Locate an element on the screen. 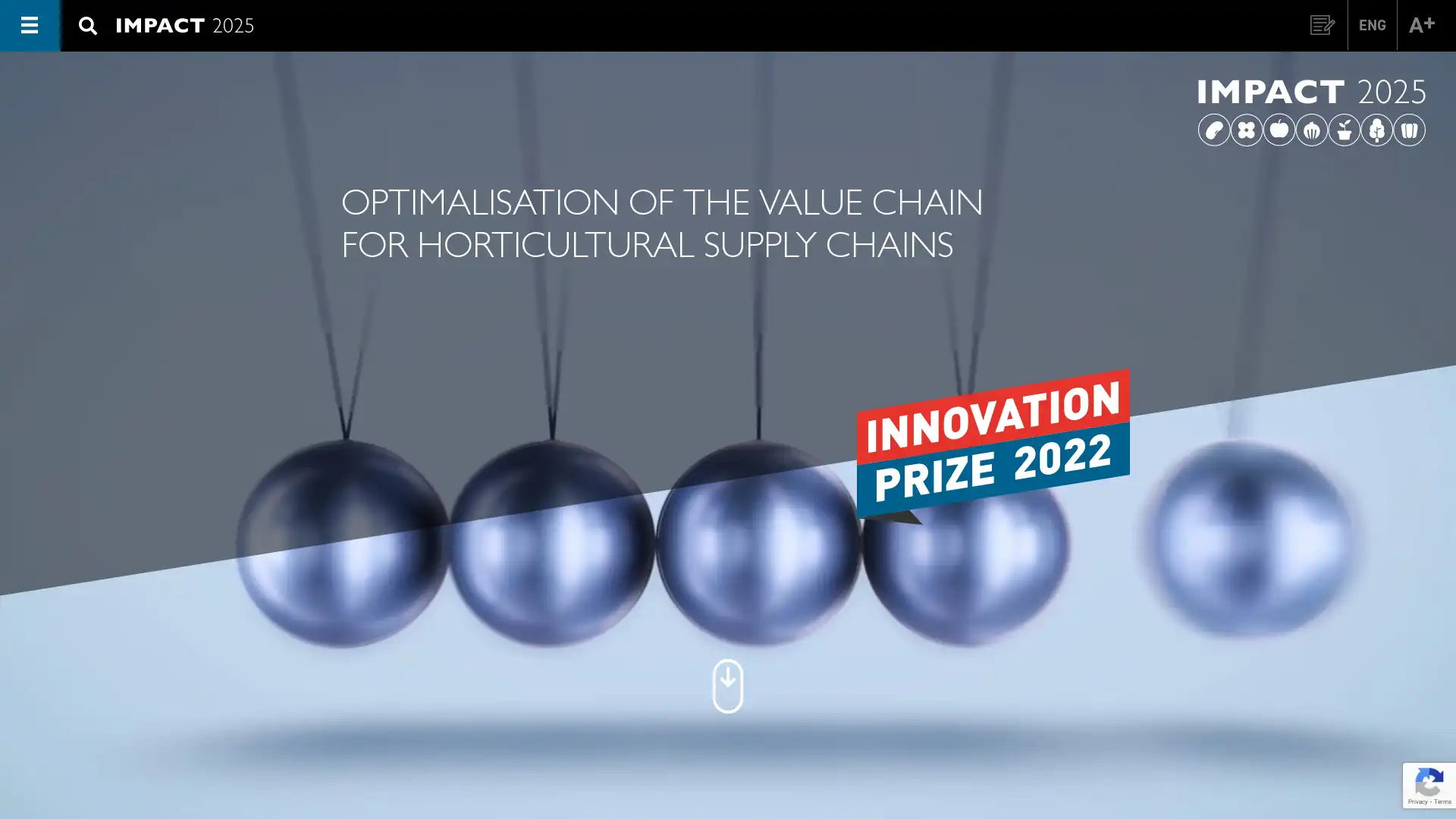 The image size is (1456, 819). Search is located at coordinates (1382, 107).